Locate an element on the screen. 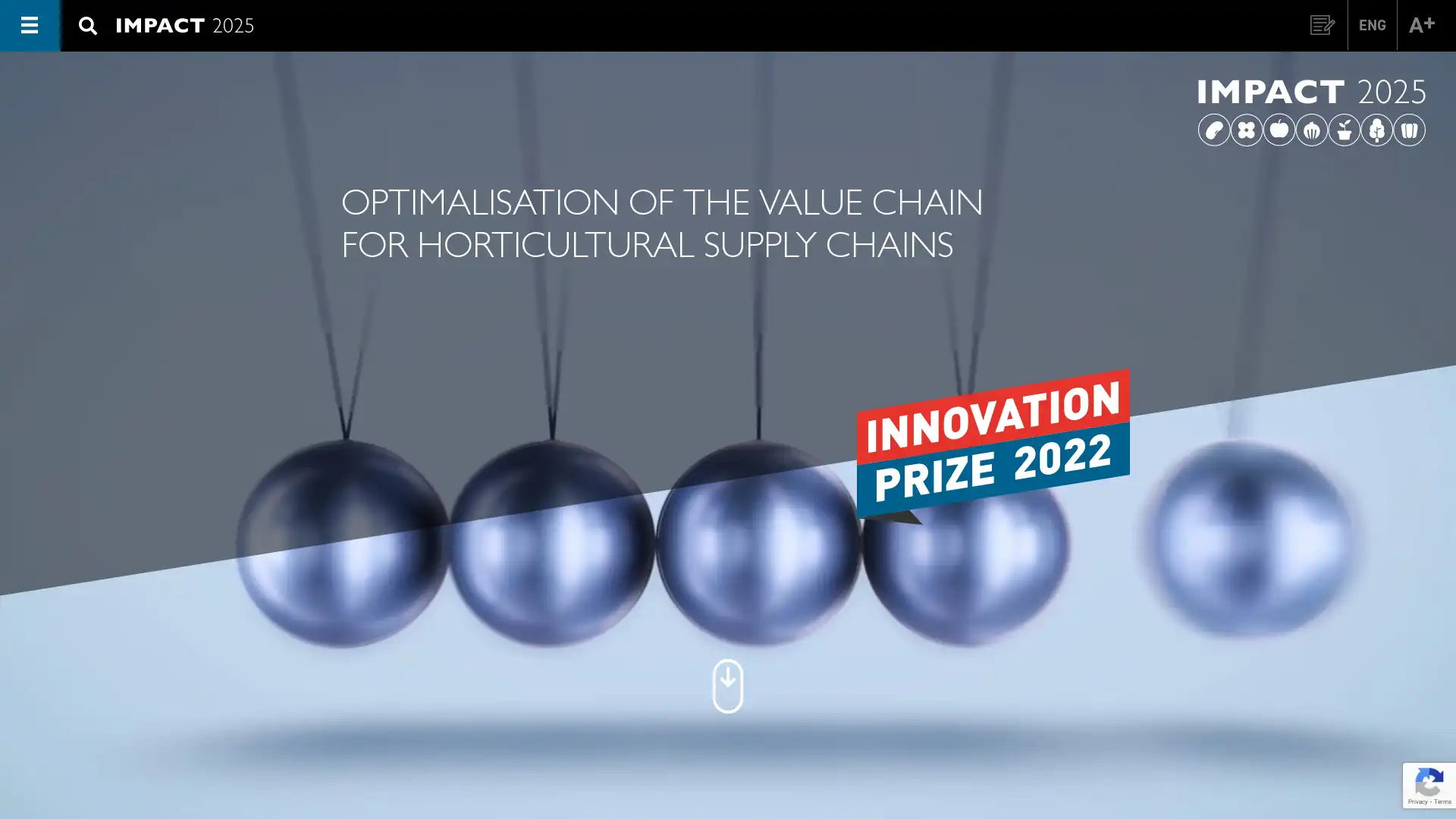 The image size is (1456, 819). Search is located at coordinates (1382, 107).